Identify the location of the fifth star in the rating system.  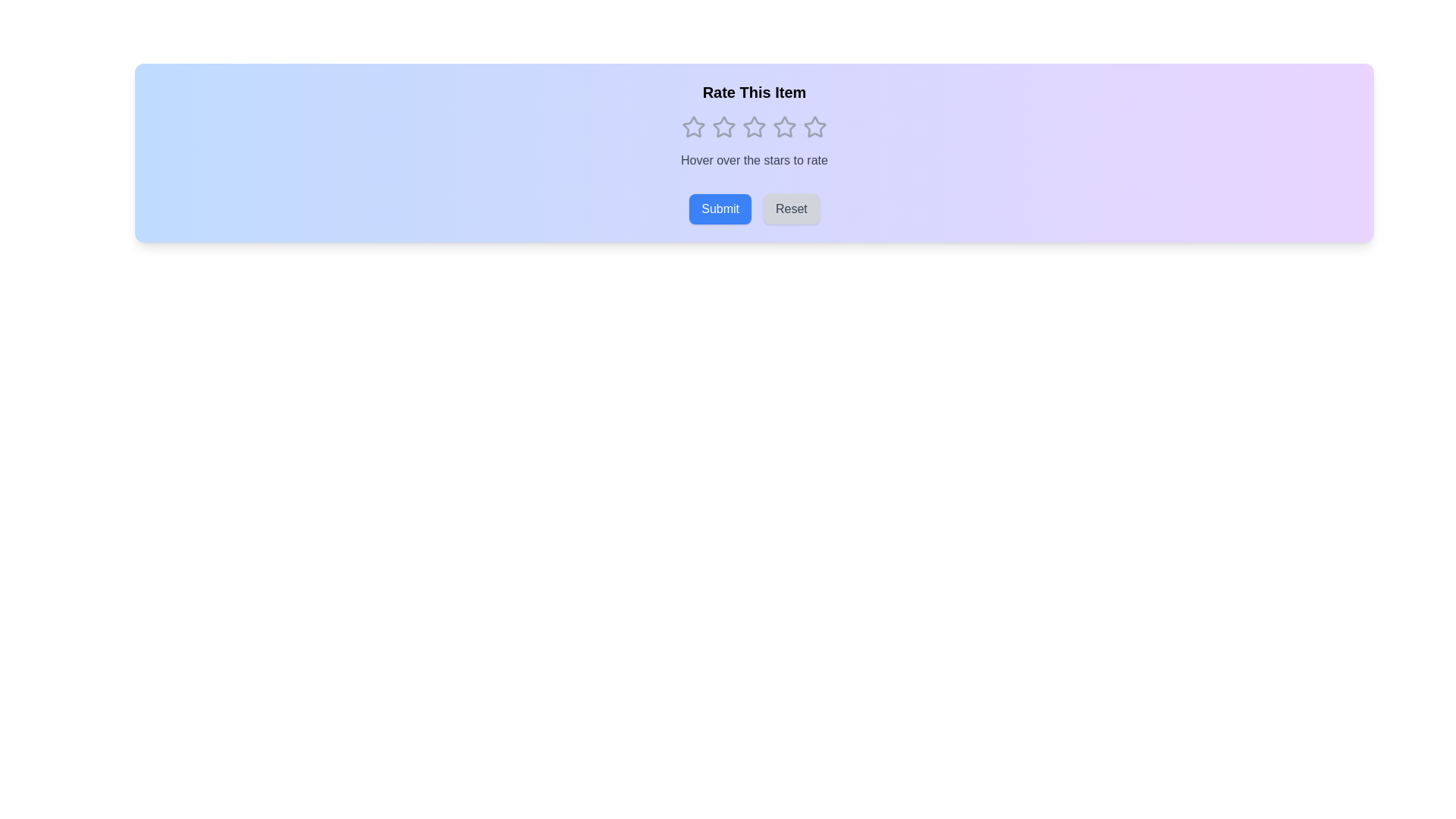
(814, 126).